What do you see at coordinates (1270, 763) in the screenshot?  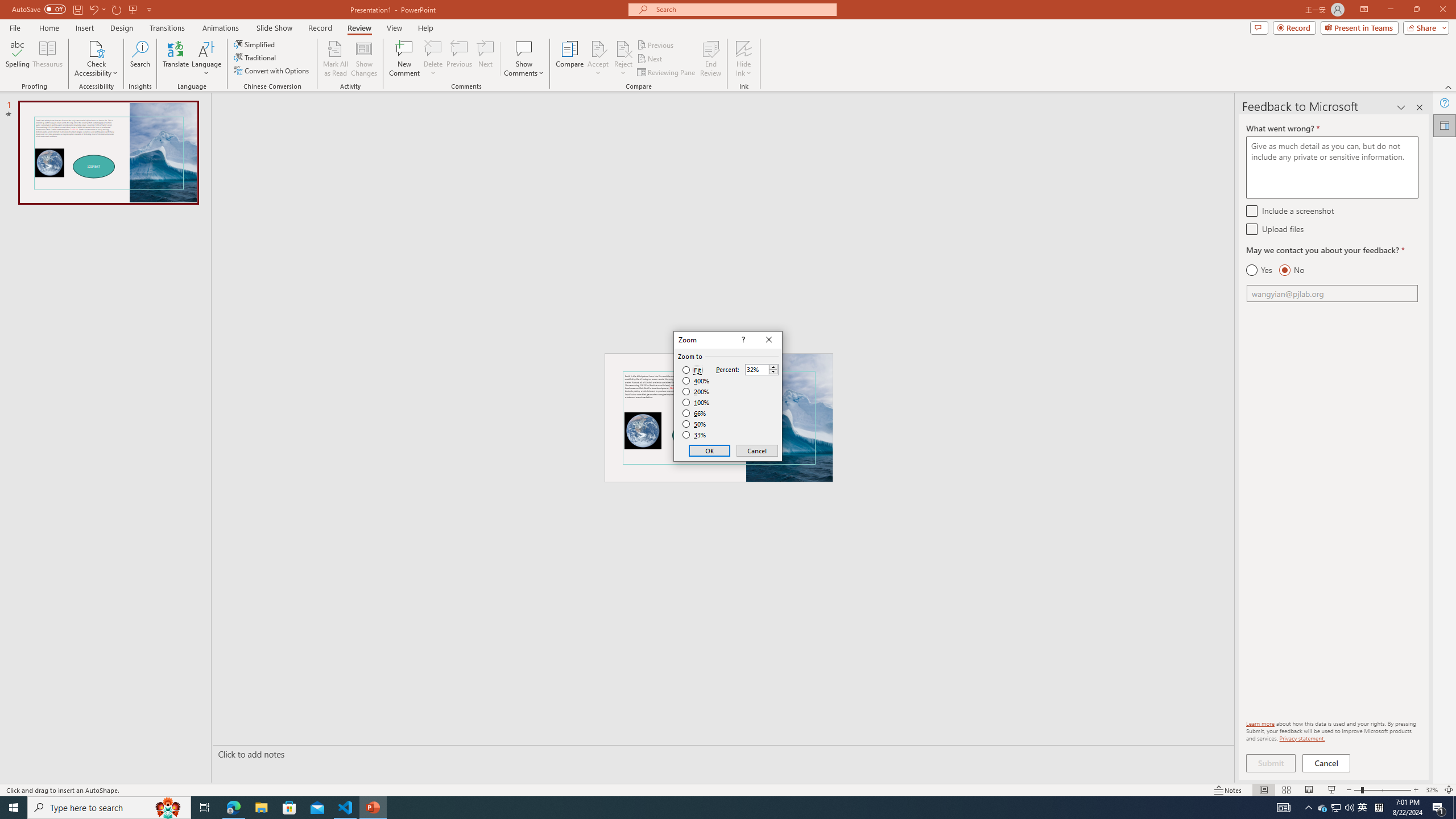 I see `'Submit'` at bounding box center [1270, 763].